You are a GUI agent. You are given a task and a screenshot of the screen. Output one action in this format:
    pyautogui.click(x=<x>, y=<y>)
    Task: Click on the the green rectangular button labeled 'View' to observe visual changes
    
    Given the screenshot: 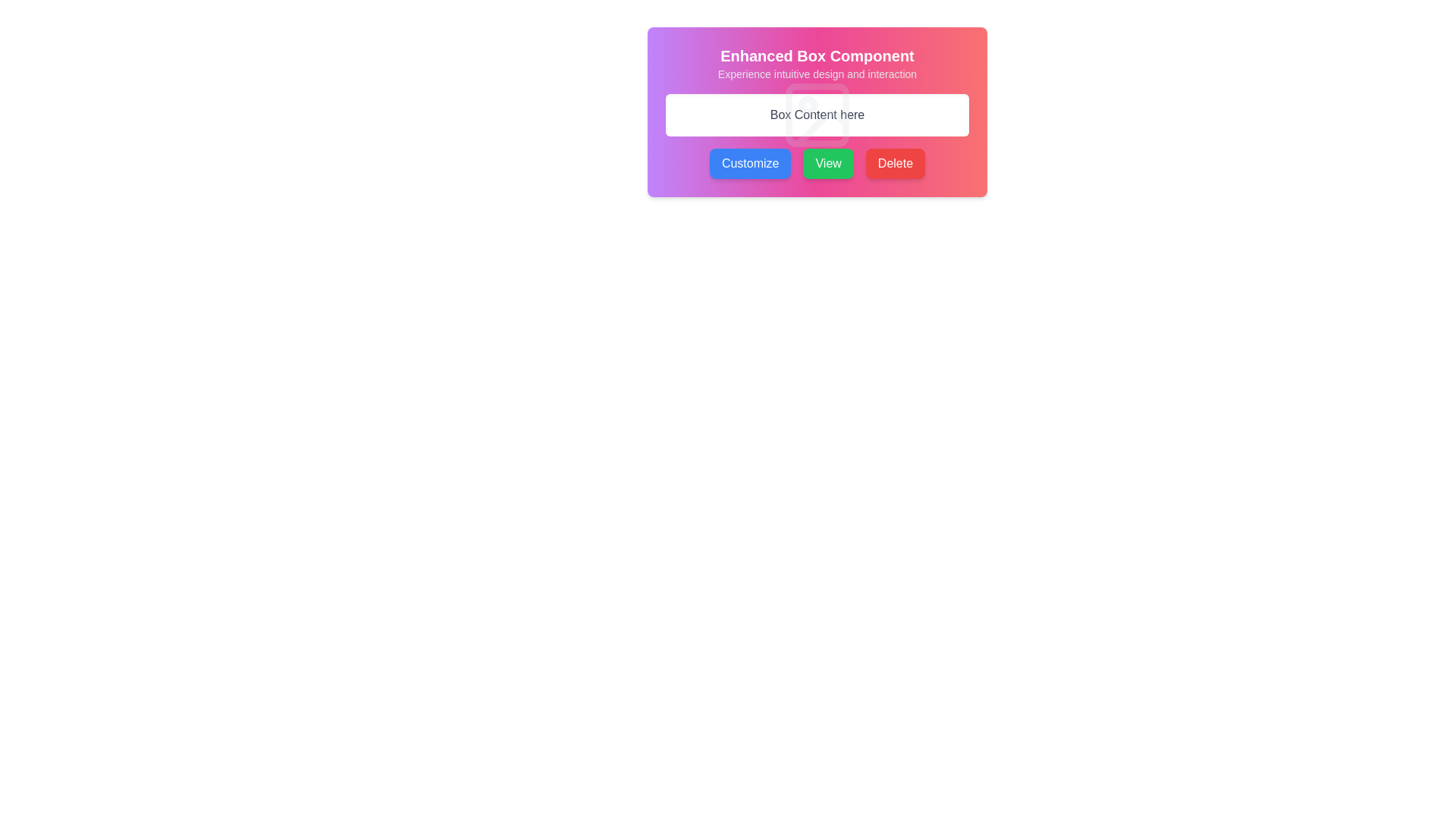 What is the action you would take?
    pyautogui.click(x=817, y=164)
    